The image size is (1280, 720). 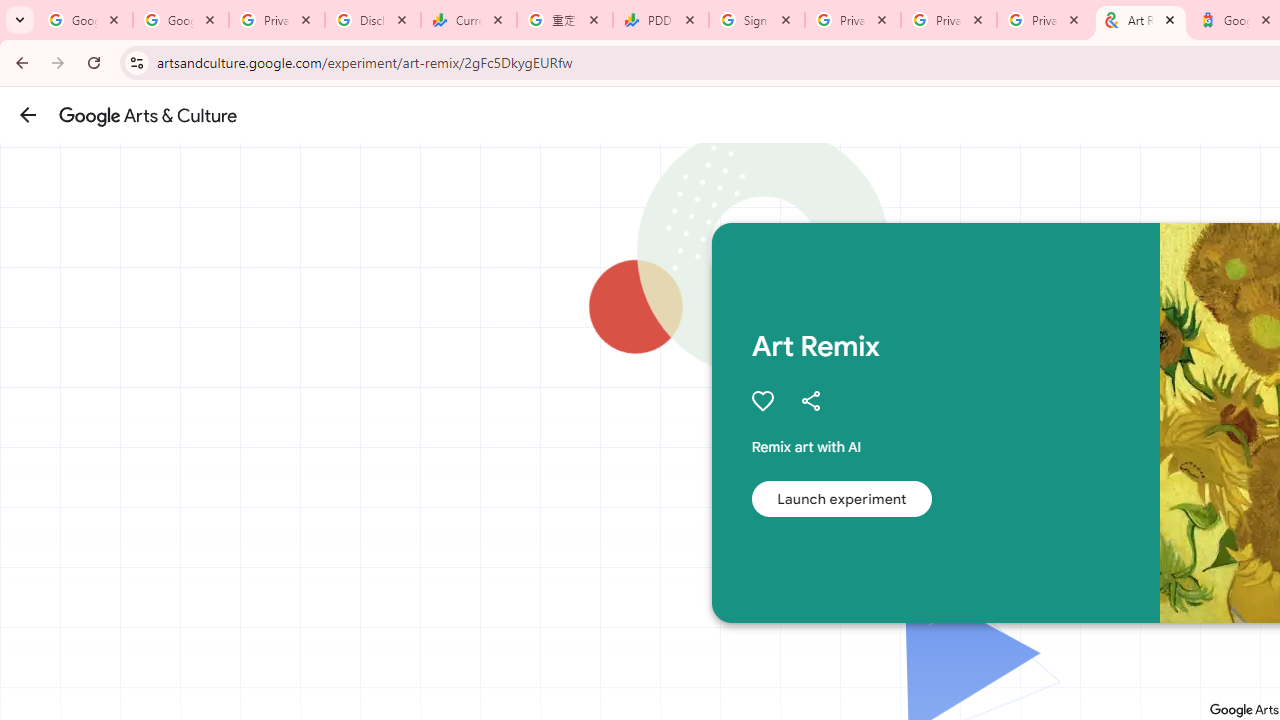 I want to click on 'PDD Holdings Inc - ADR (PDD) Price & News - Google Finance', so click(x=661, y=20).